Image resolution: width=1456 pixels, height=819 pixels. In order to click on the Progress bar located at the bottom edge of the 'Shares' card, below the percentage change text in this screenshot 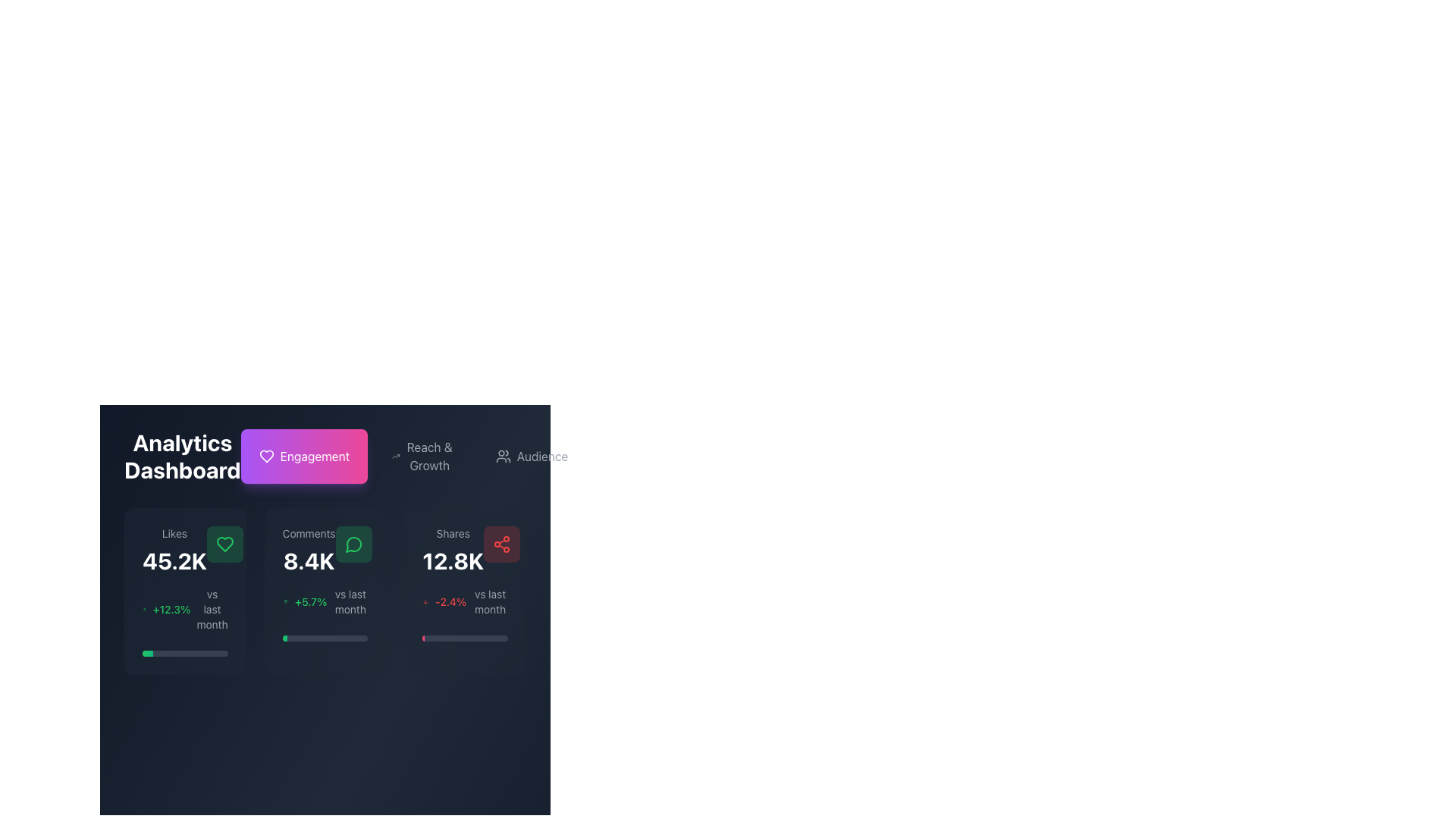, I will do `click(464, 638)`.